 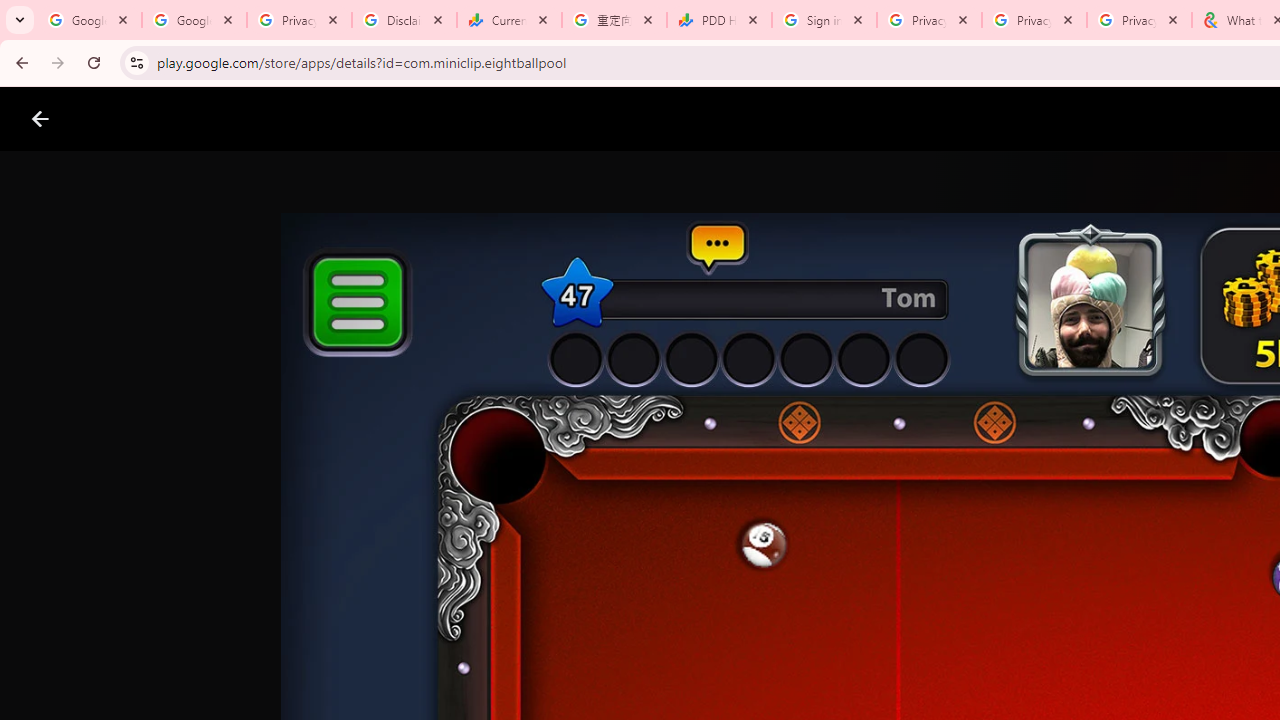 What do you see at coordinates (88, 20) in the screenshot?
I see `'Google Workspace Admin Community'` at bounding box center [88, 20].